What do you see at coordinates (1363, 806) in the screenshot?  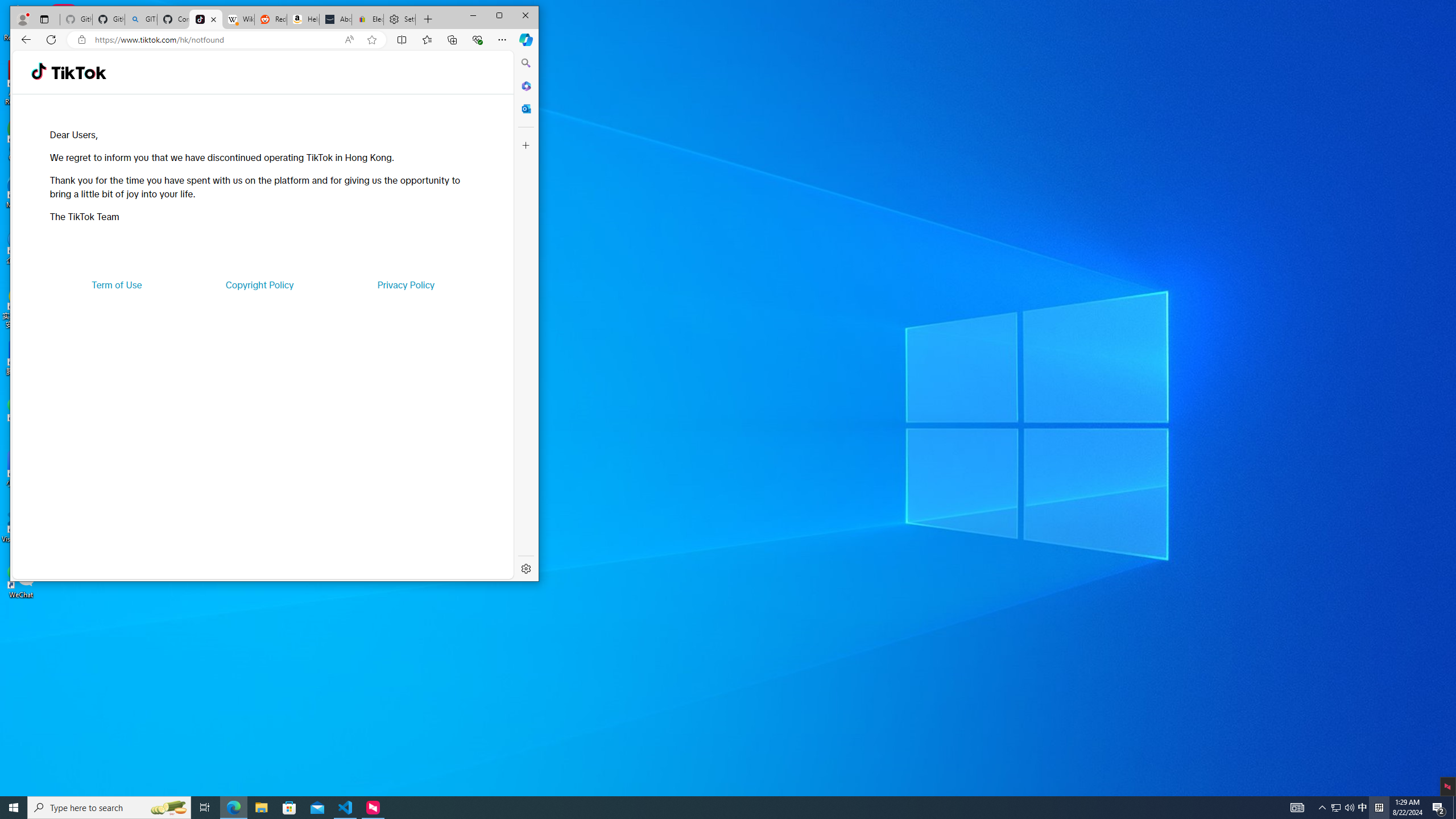 I see `'AutomationID: 4105'` at bounding box center [1363, 806].